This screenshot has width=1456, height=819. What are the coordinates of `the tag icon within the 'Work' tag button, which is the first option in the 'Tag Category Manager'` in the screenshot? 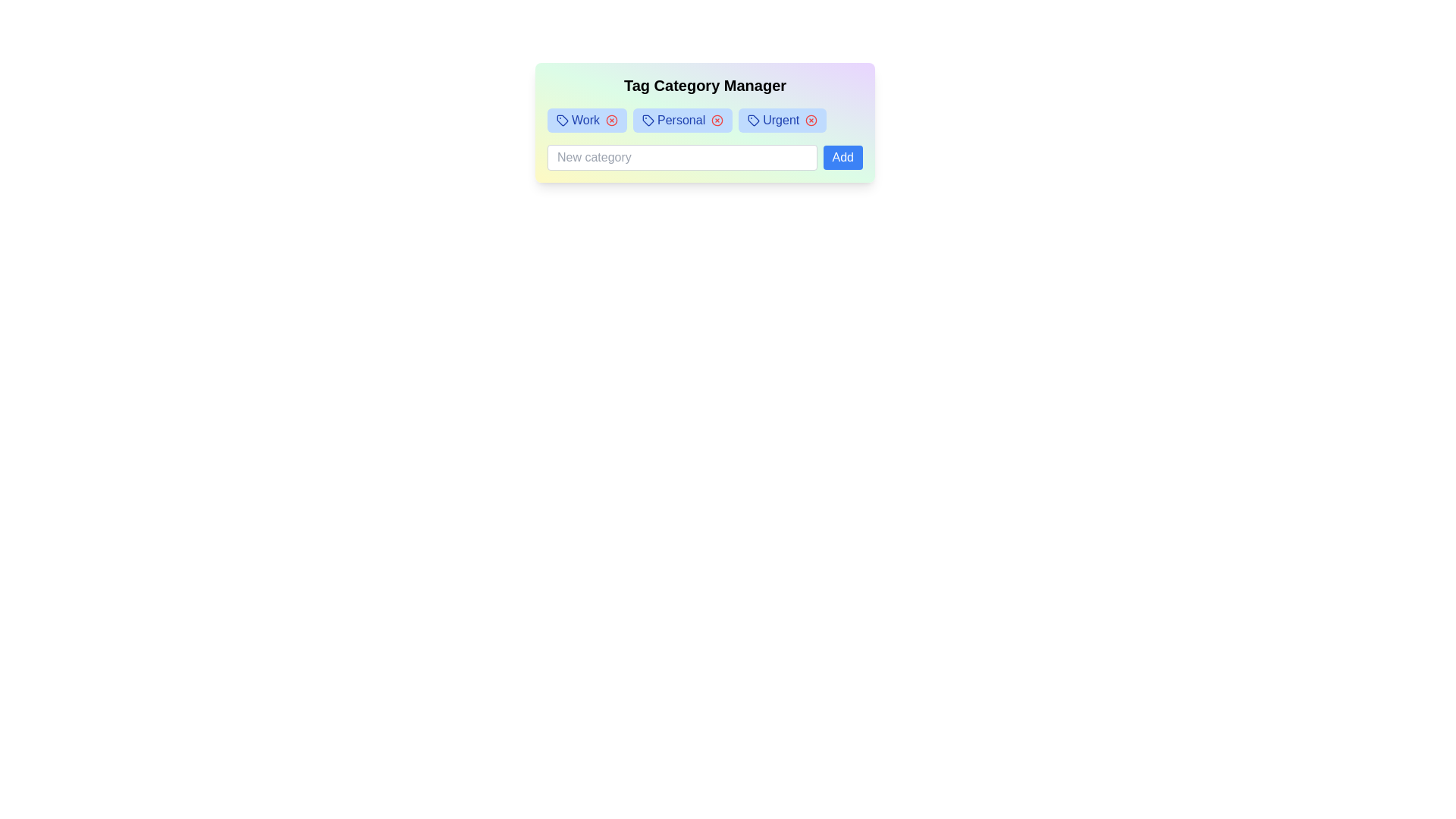 It's located at (562, 119).